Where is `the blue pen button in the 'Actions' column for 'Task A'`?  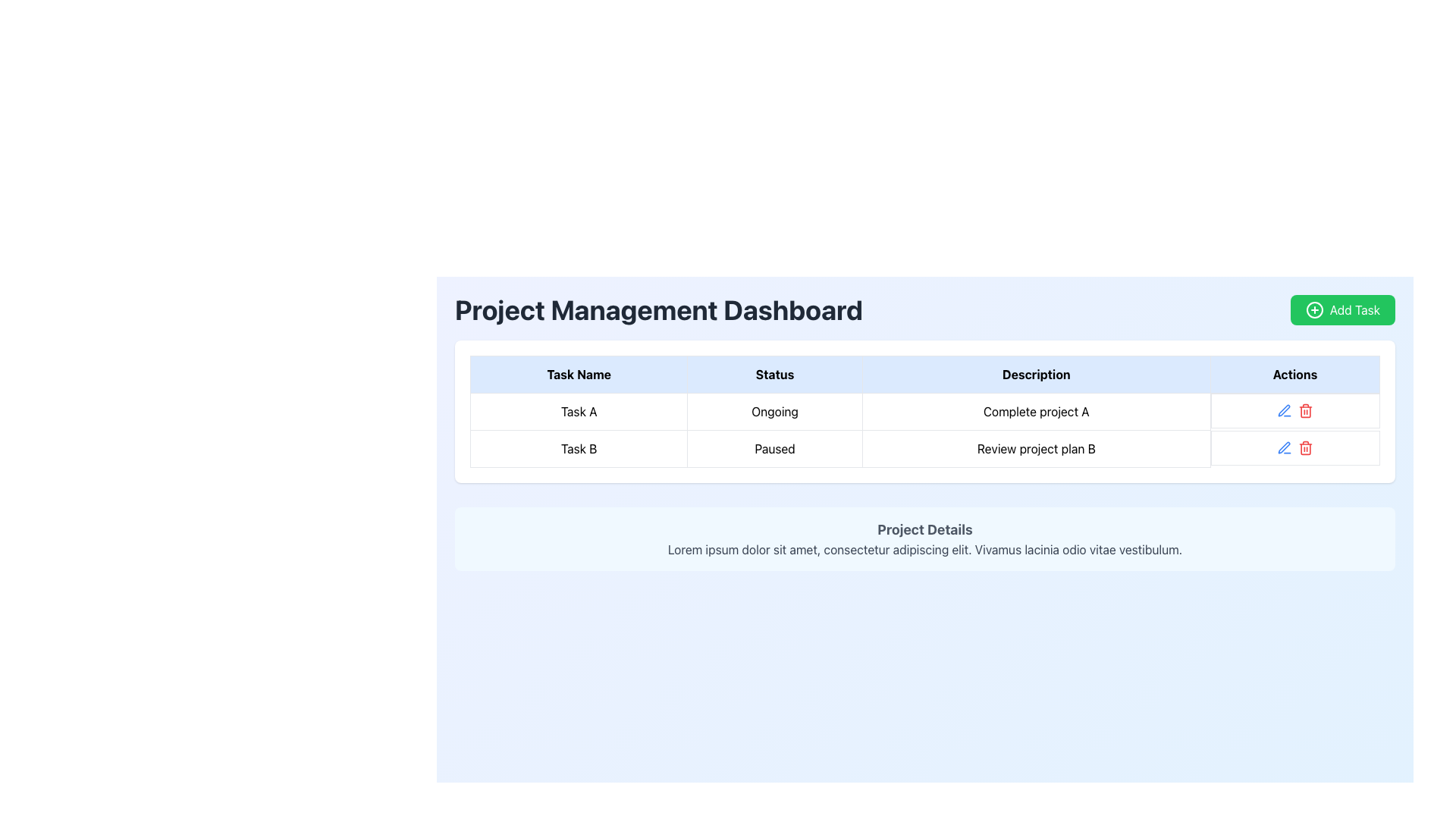
the blue pen button in the 'Actions' column for 'Task A' is located at coordinates (1284, 447).